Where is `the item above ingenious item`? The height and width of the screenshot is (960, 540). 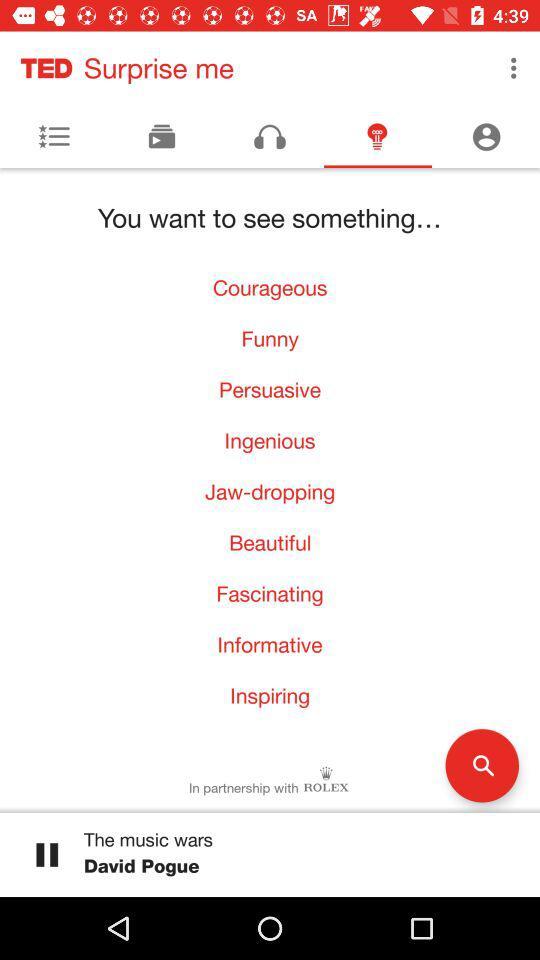
the item above ingenious item is located at coordinates (270, 388).